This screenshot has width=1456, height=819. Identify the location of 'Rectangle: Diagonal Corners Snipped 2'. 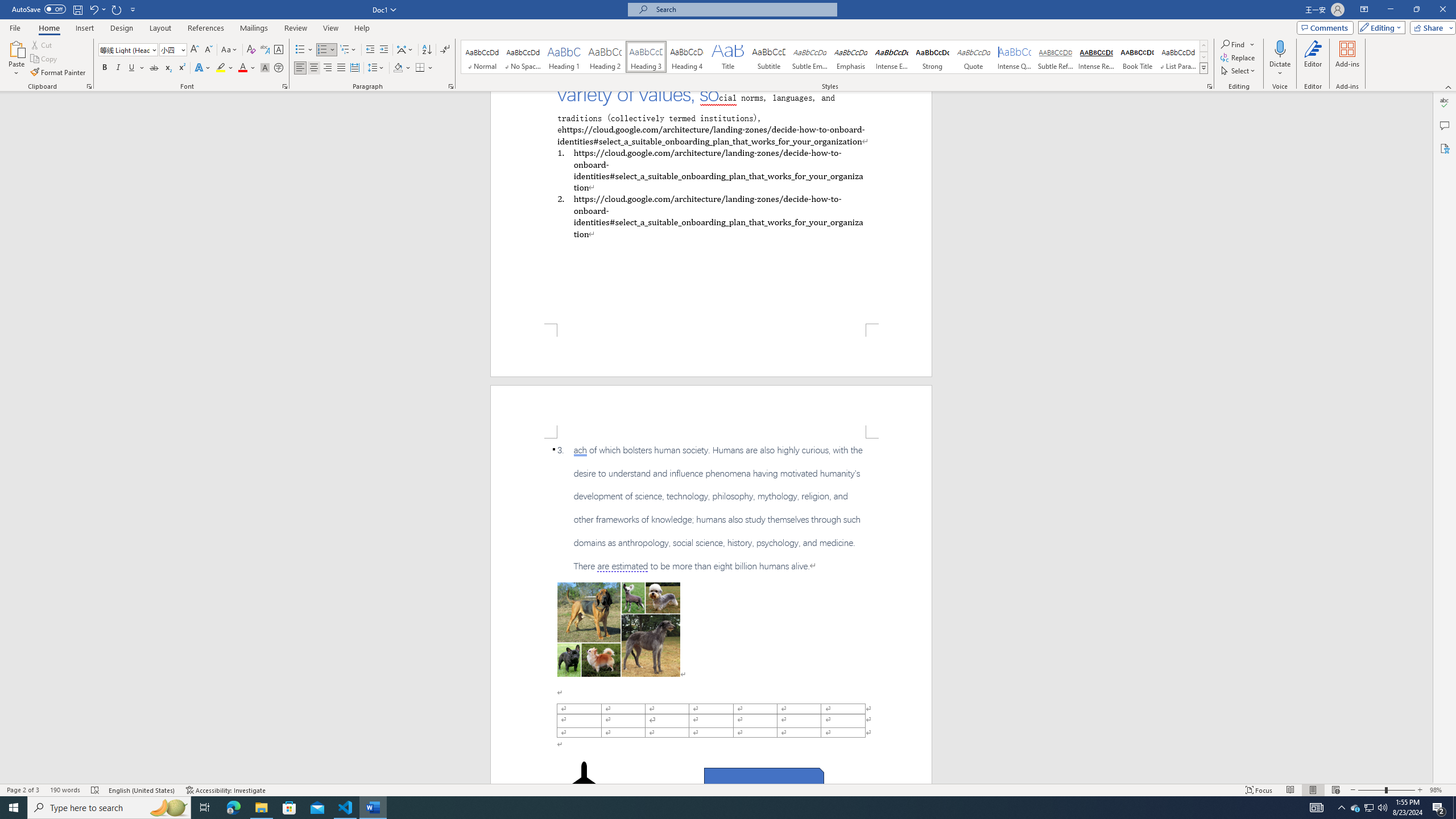
(764, 780).